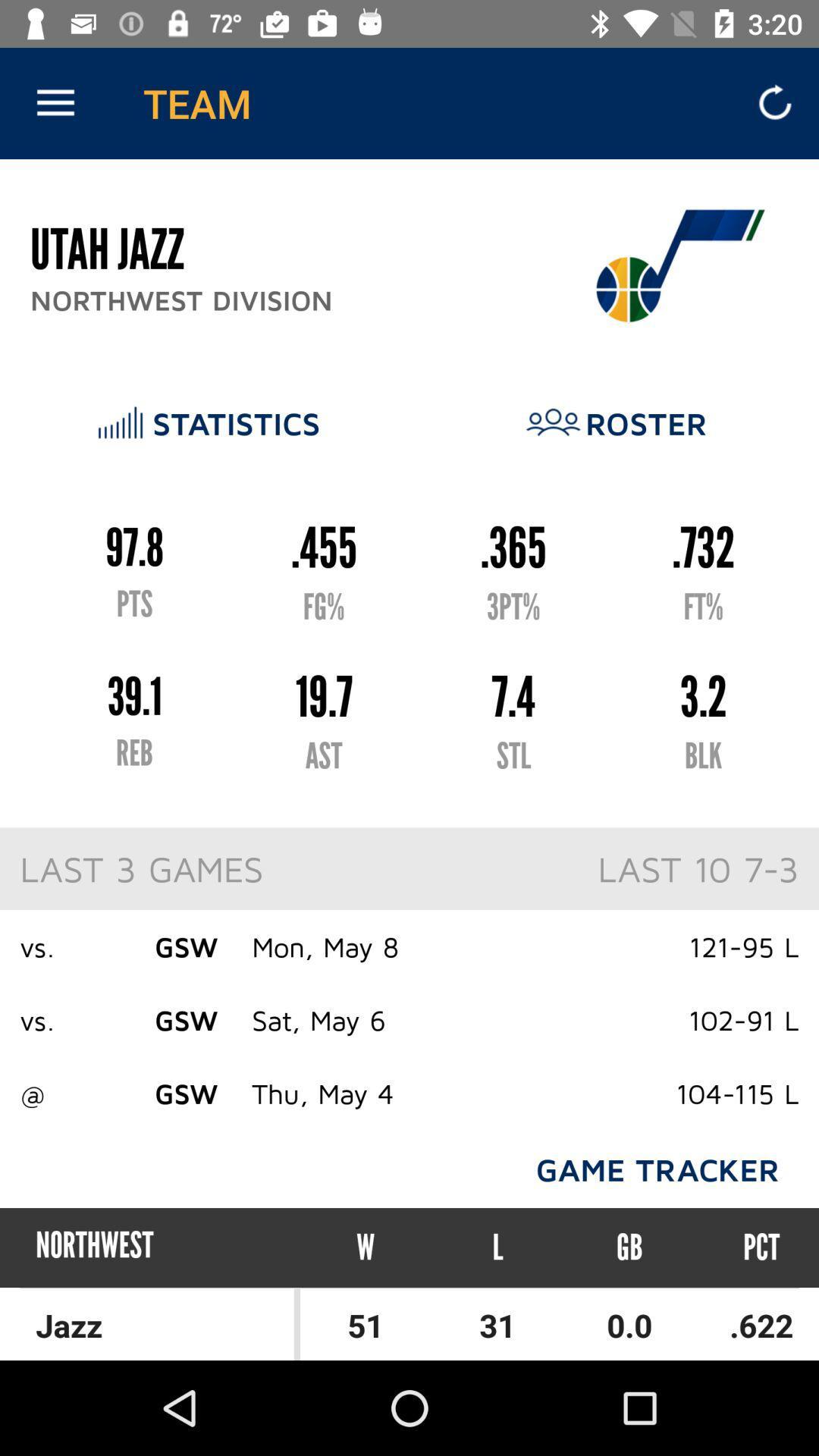 This screenshot has width=819, height=1456. I want to click on item below the thu, may 4, so click(366, 1247).